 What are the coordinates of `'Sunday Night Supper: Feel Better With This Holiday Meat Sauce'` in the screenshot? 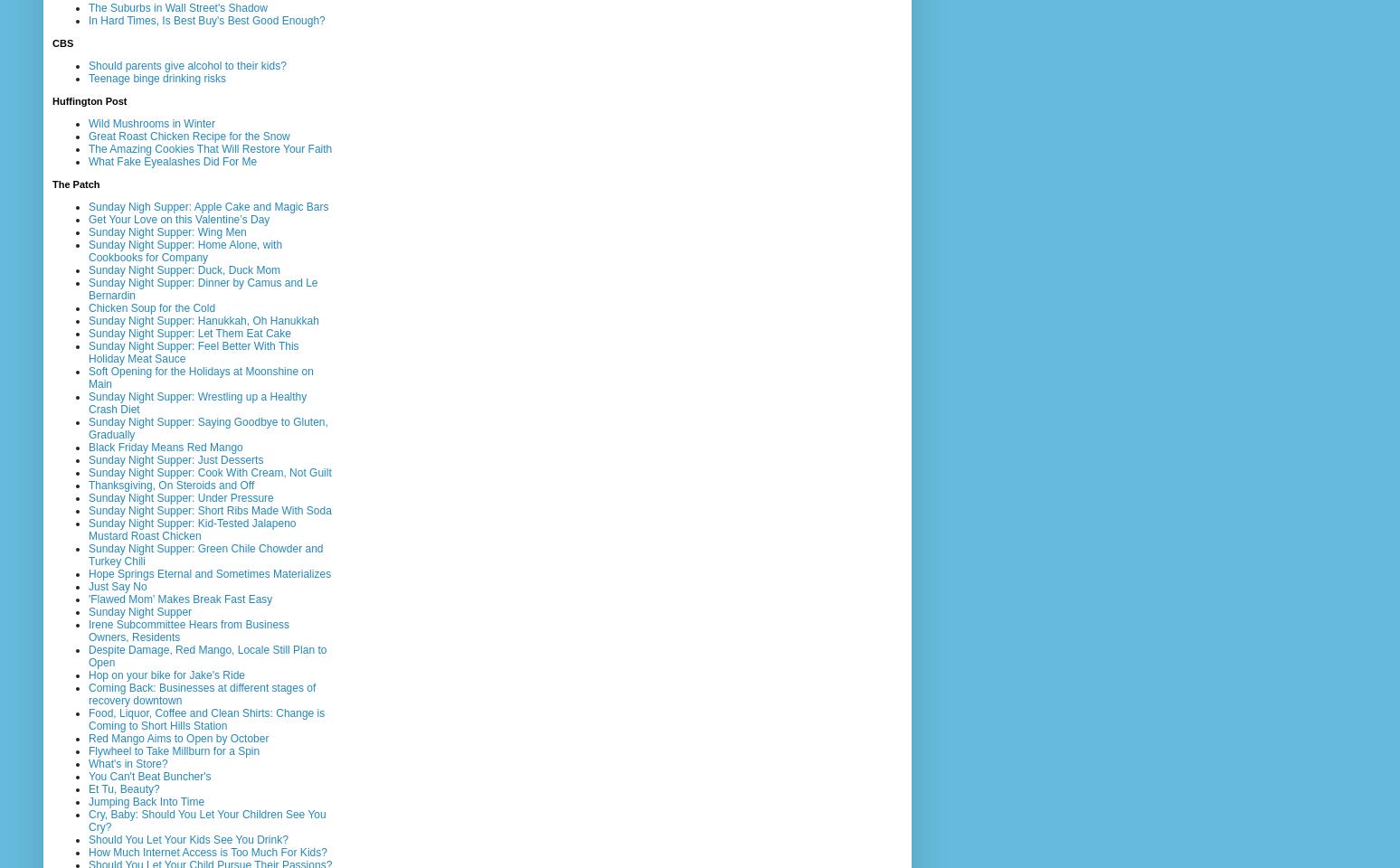 It's located at (192, 350).